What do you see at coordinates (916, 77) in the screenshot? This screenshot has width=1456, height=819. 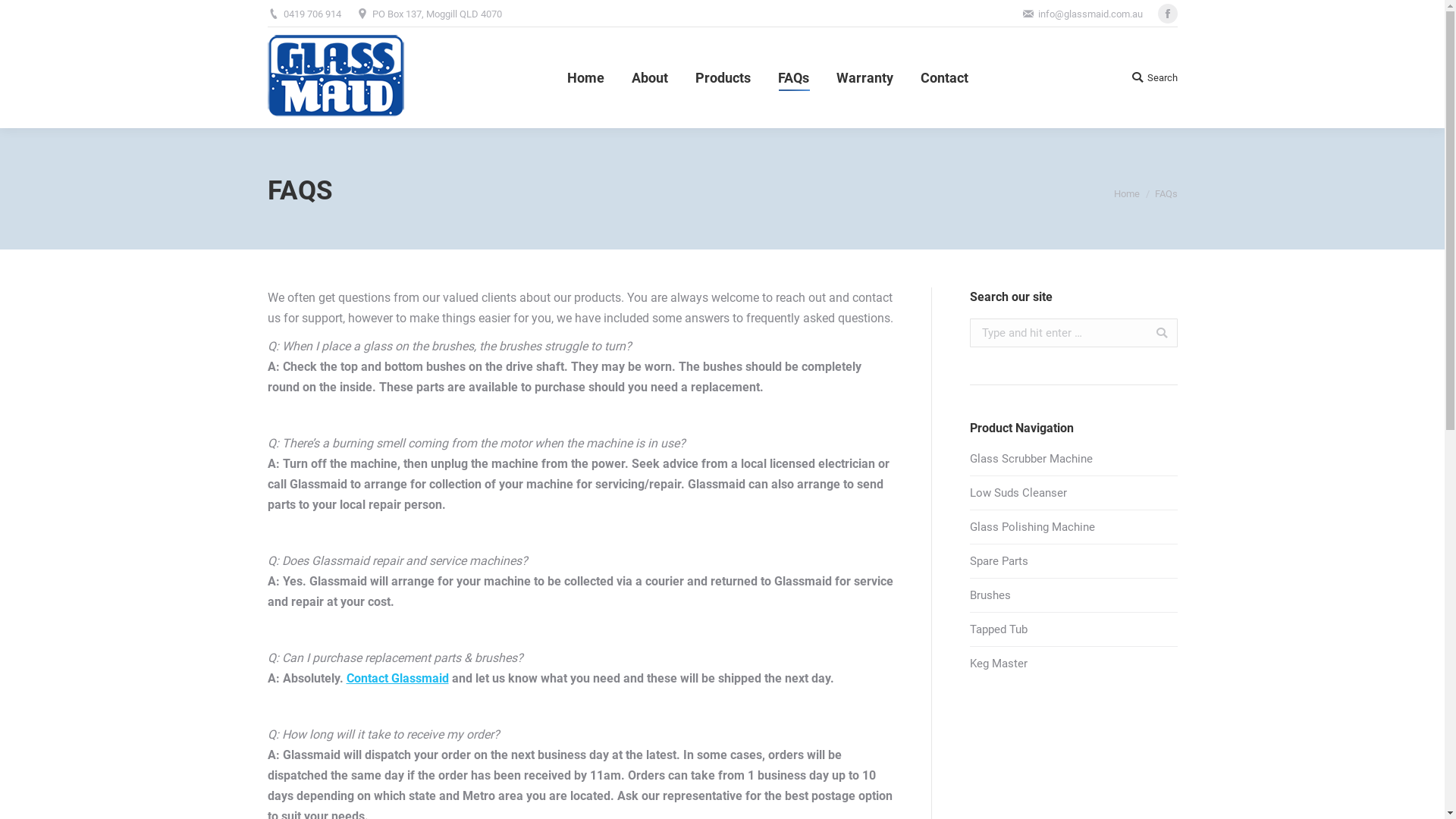 I see `'Contact'` at bounding box center [916, 77].